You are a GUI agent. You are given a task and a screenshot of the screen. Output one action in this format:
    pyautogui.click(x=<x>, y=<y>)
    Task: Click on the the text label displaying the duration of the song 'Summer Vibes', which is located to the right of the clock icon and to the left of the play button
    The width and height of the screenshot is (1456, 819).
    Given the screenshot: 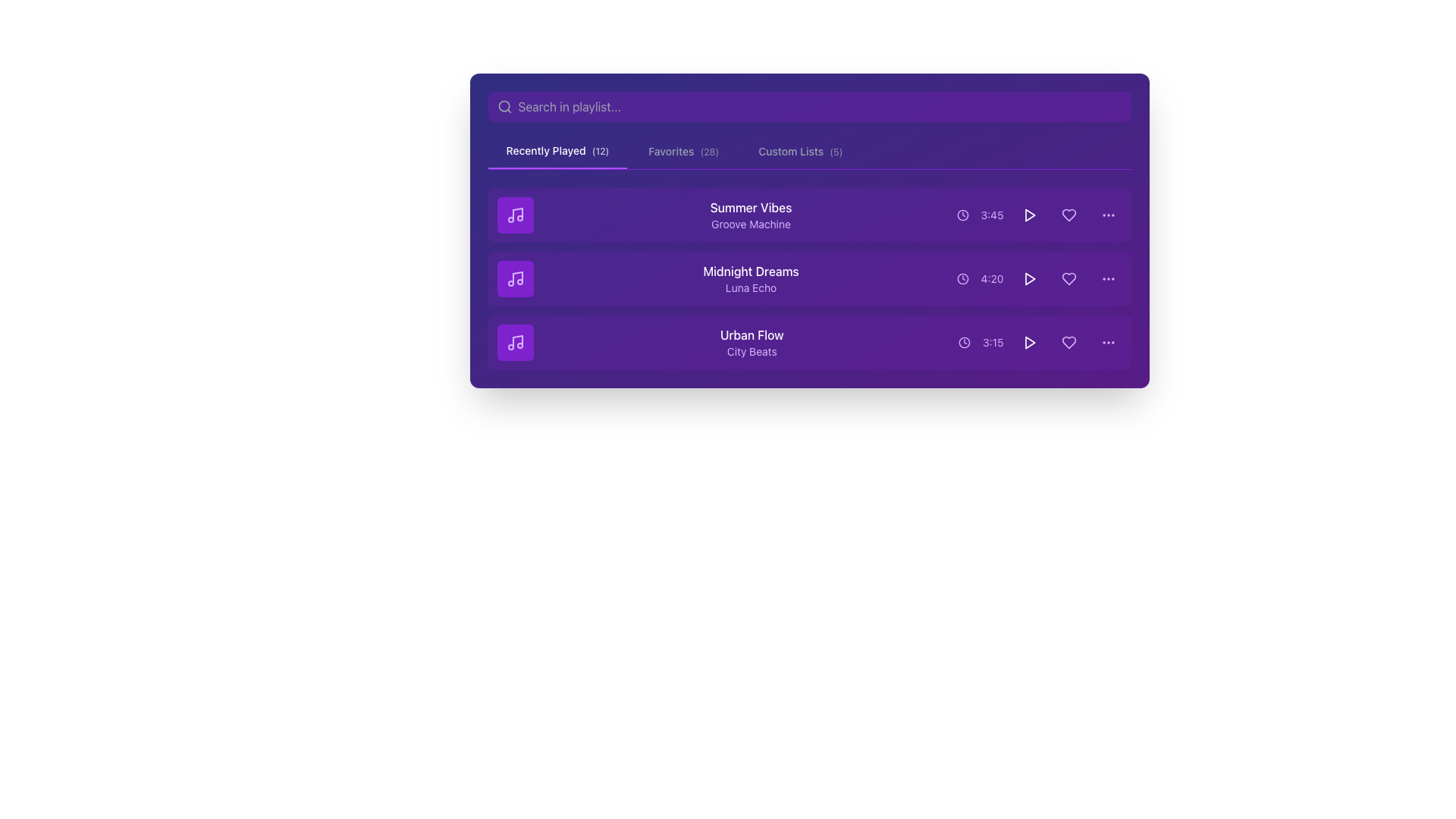 What is the action you would take?
    pyautogui.click(x=992, y=215)
    